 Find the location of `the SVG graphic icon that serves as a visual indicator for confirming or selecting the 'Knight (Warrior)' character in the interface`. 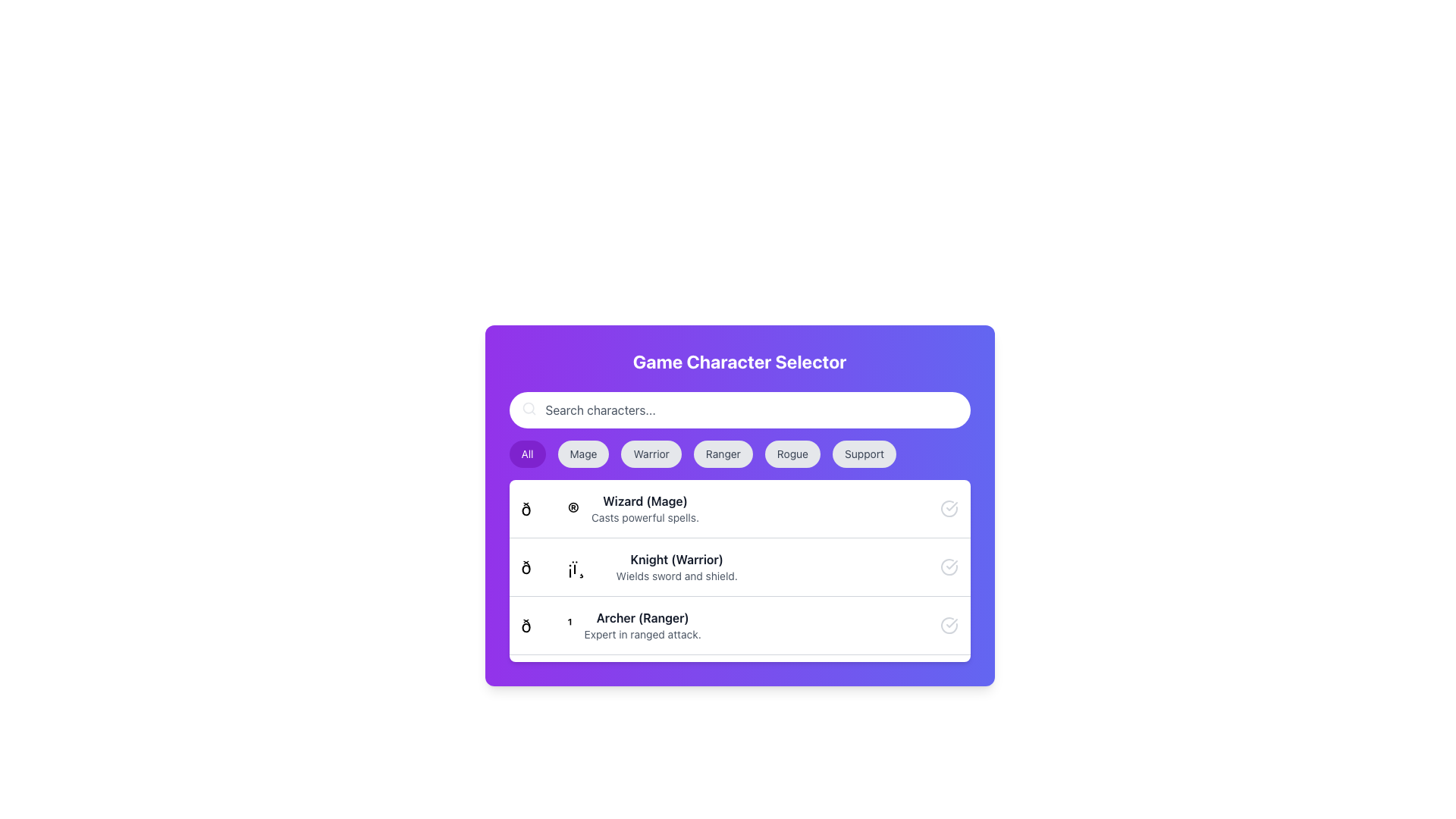

the SVG graphic icon that serves as a visual indicator for confirming or selecting the 'Knight (Warrior)' character in the interface is located at coordinates (950, 564).